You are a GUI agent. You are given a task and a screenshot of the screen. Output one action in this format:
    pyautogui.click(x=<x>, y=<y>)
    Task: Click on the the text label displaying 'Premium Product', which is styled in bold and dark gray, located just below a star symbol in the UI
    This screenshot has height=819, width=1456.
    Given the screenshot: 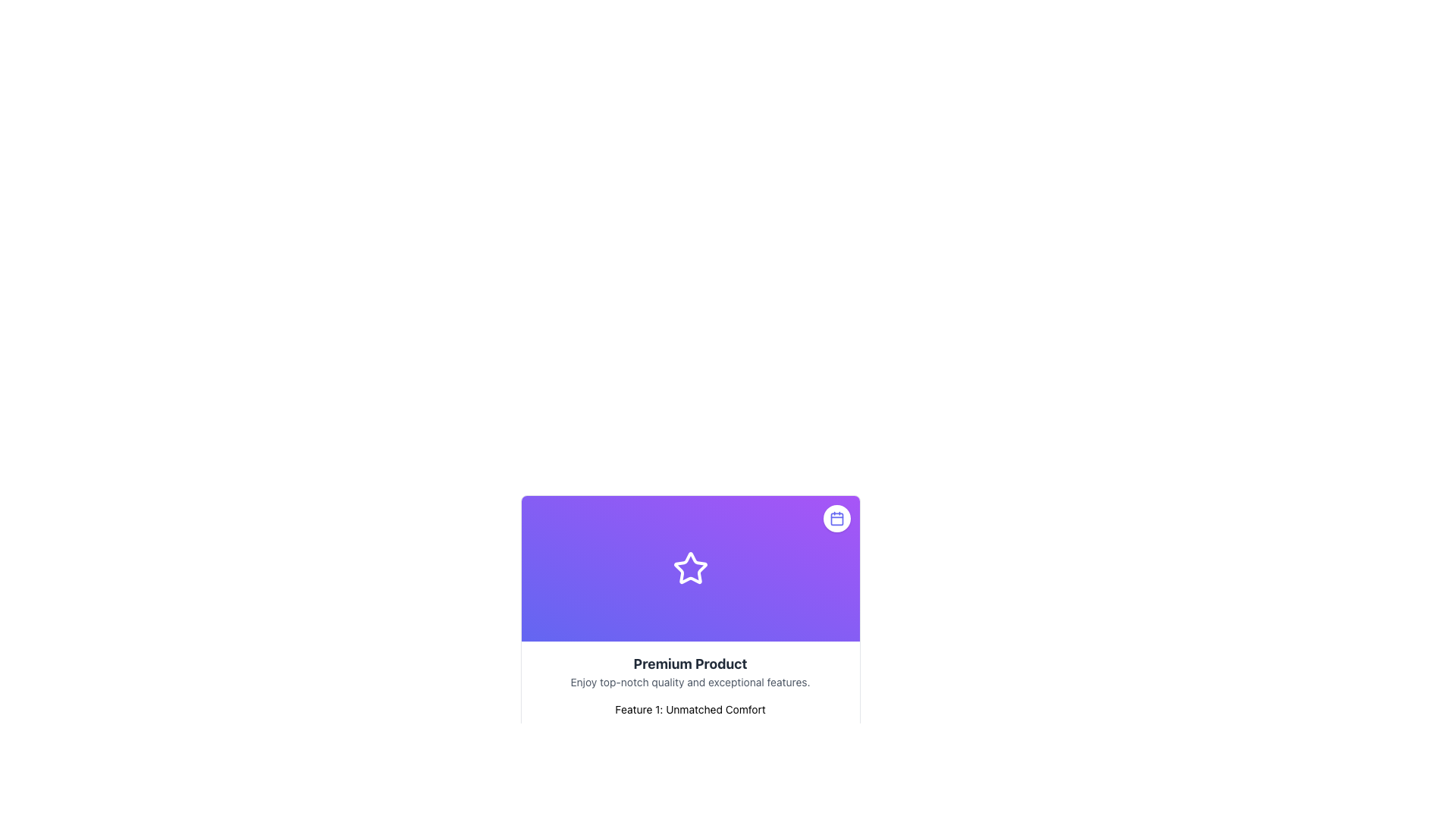 What is the action you would take?
    pyautogui.click(x=689, y=663)
    